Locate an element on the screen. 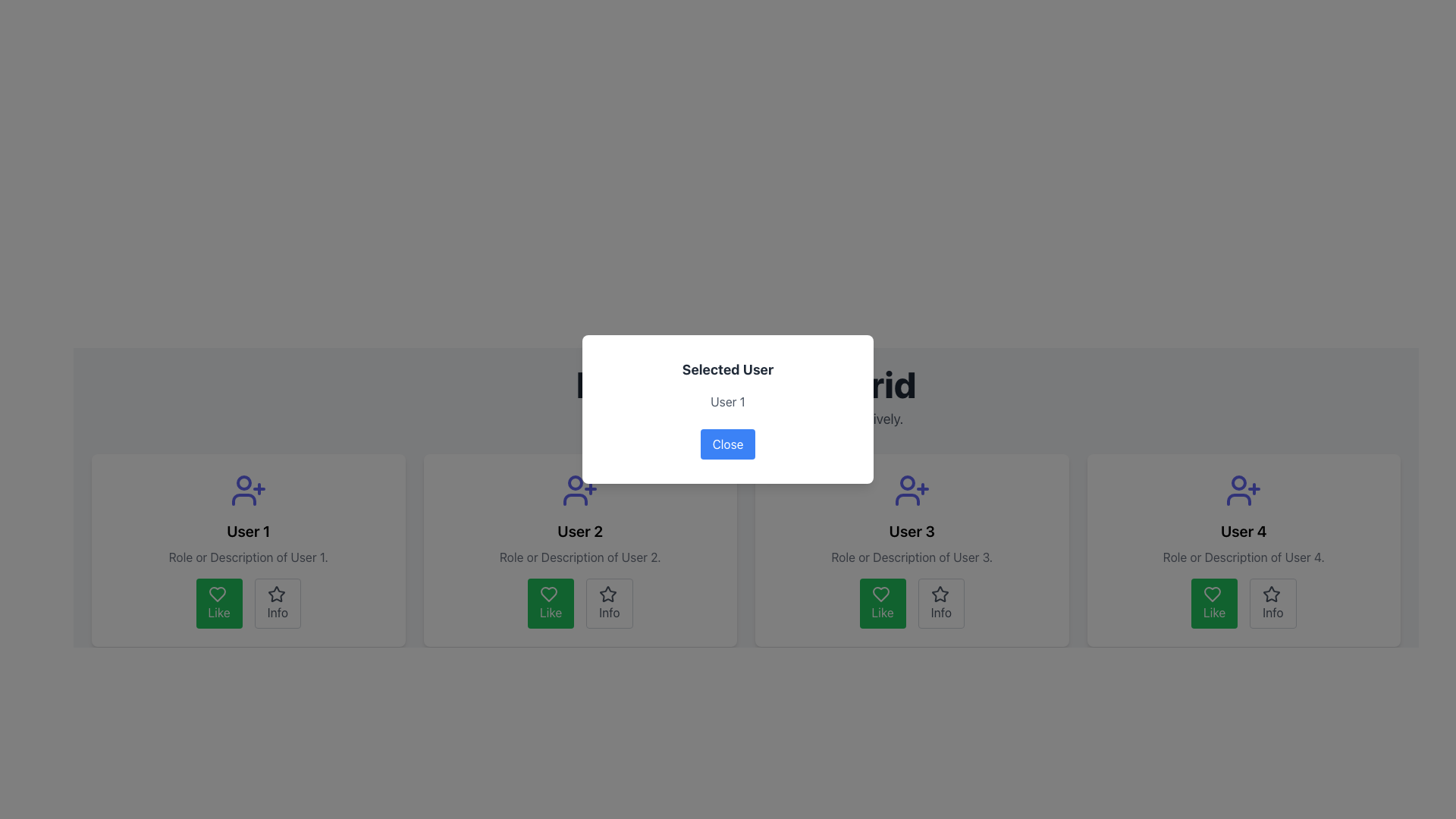  the heart icon button located in the bottom-left corner of 'User 1's card is located at coordinates (216, 593).